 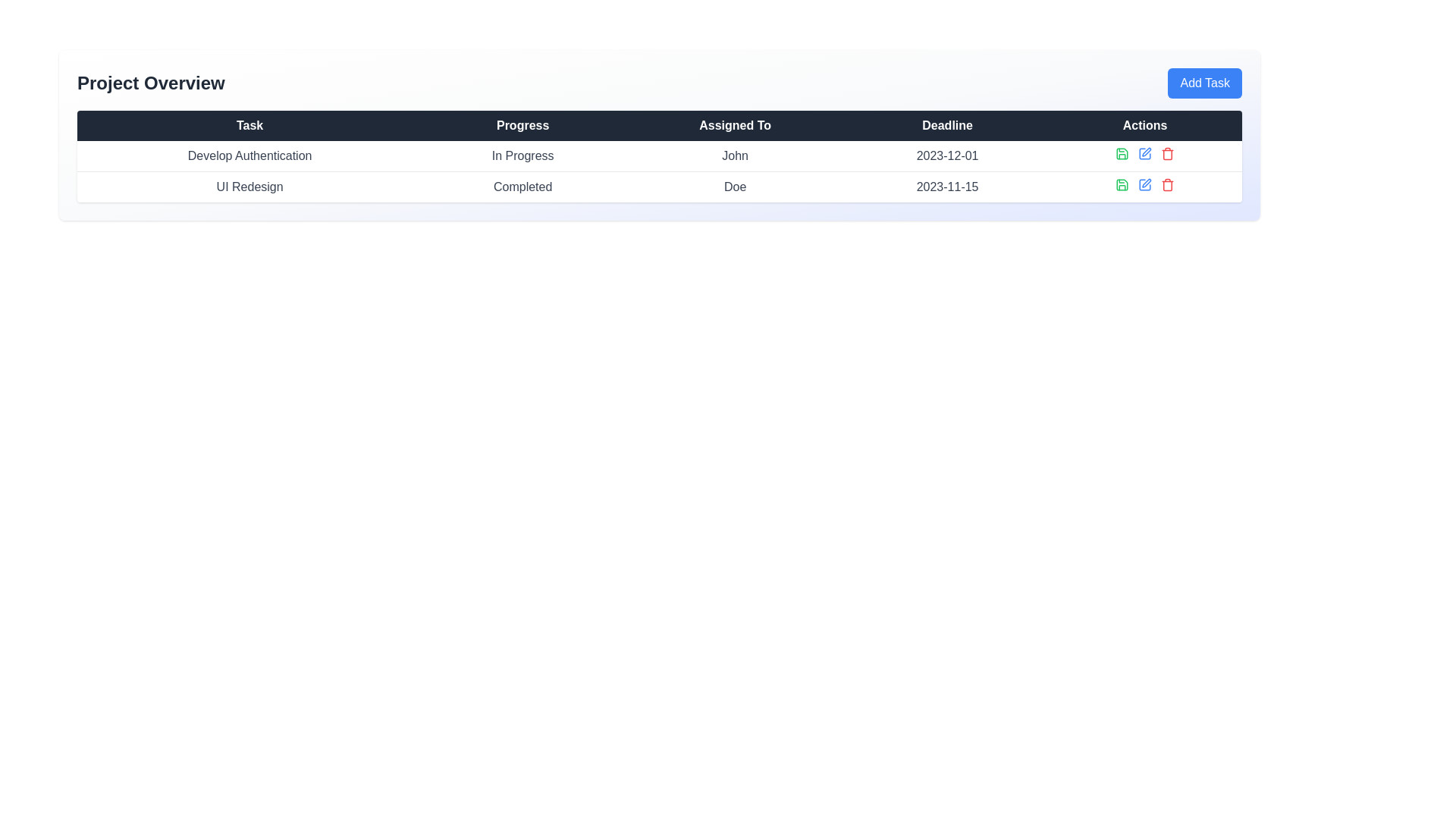 I want to click on text label representing the name of a task in the first column of the second row under the 'Task' header in the 'Project Overview' section, so click(x=249, y=186).